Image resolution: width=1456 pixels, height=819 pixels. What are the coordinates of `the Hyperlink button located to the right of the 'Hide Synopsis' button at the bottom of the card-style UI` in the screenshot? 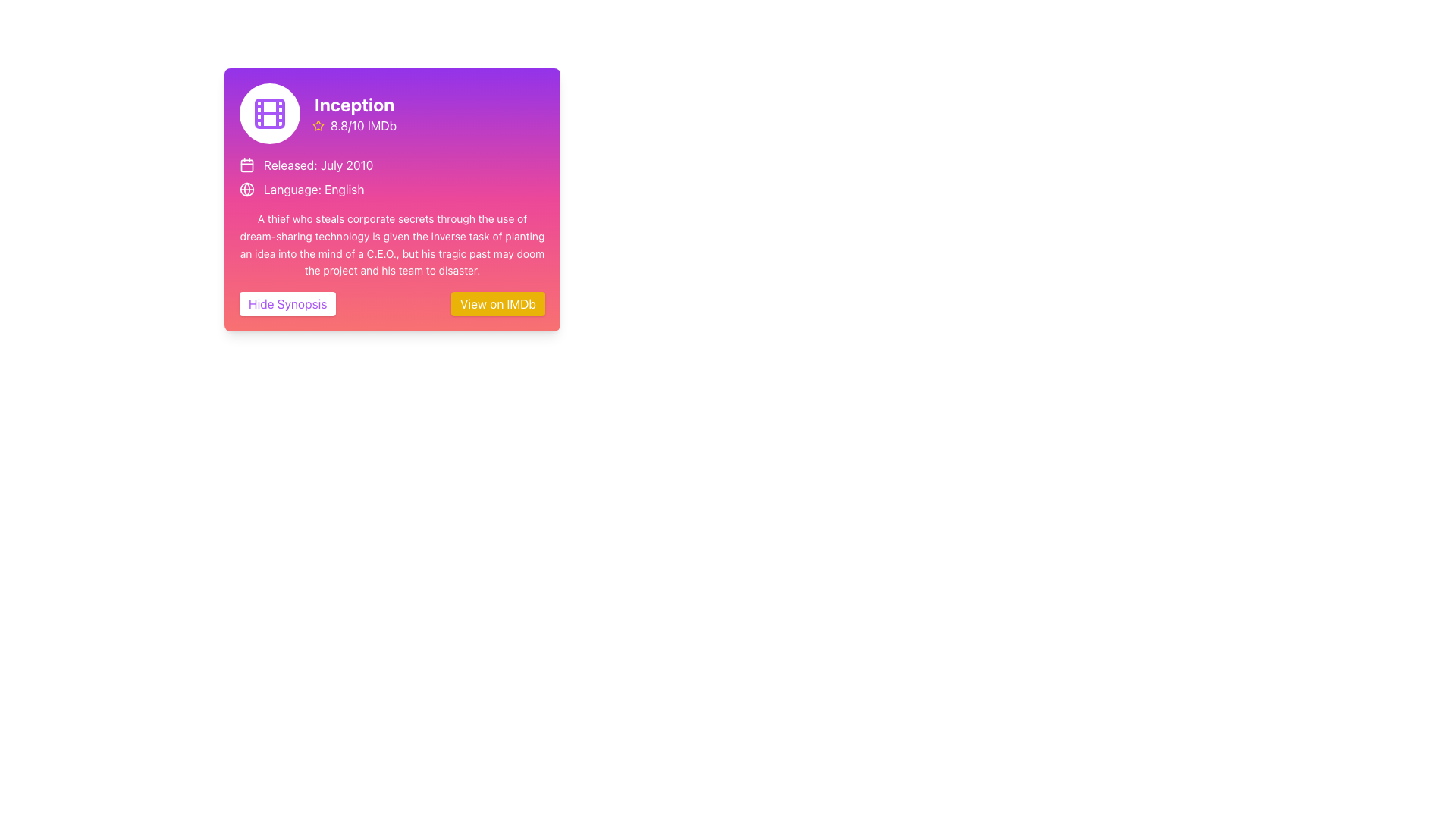 It's located at (498, 304).